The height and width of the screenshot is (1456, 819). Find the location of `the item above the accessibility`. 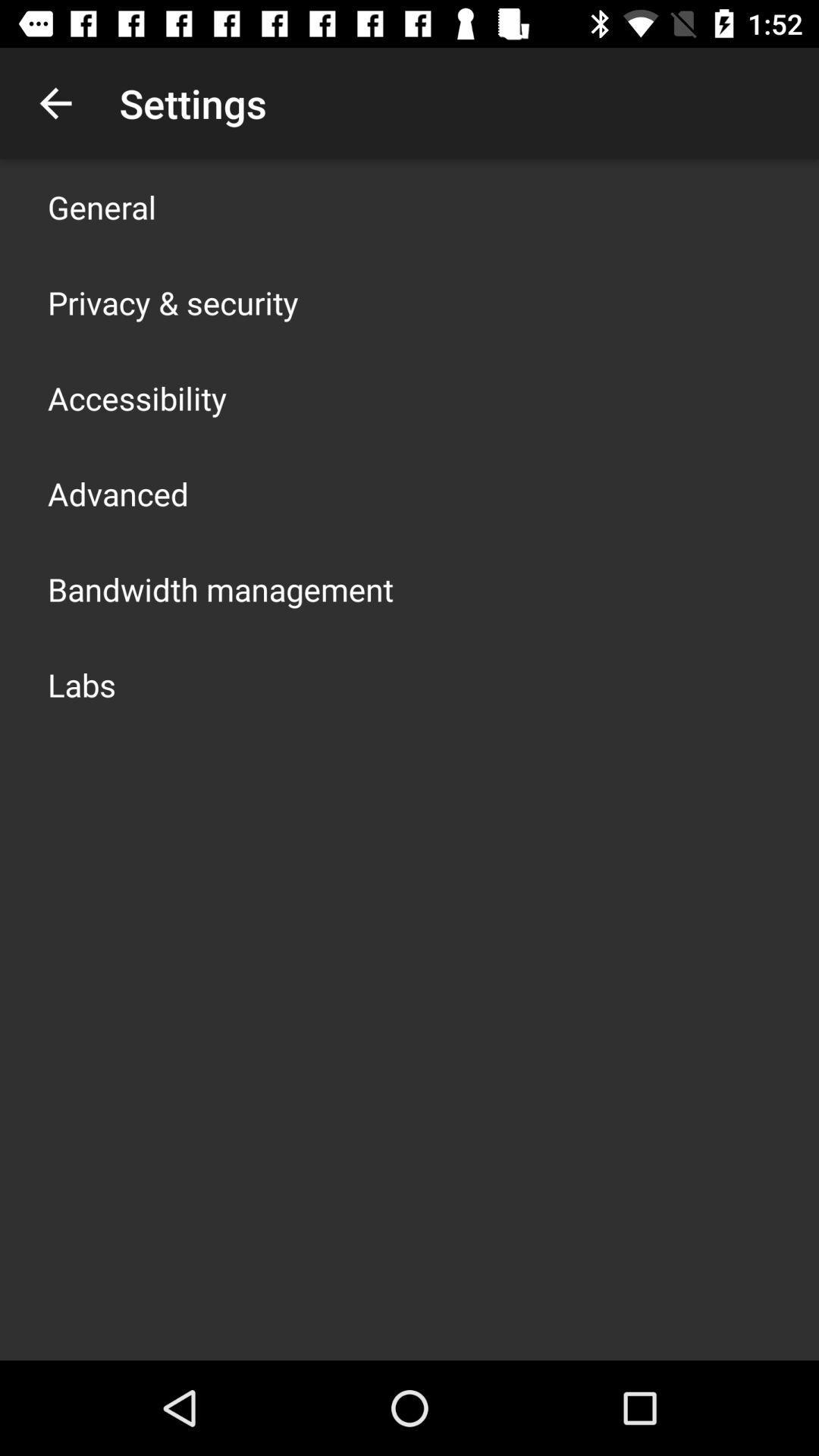

the item above the accessibility is located at coordinates (172, 302).